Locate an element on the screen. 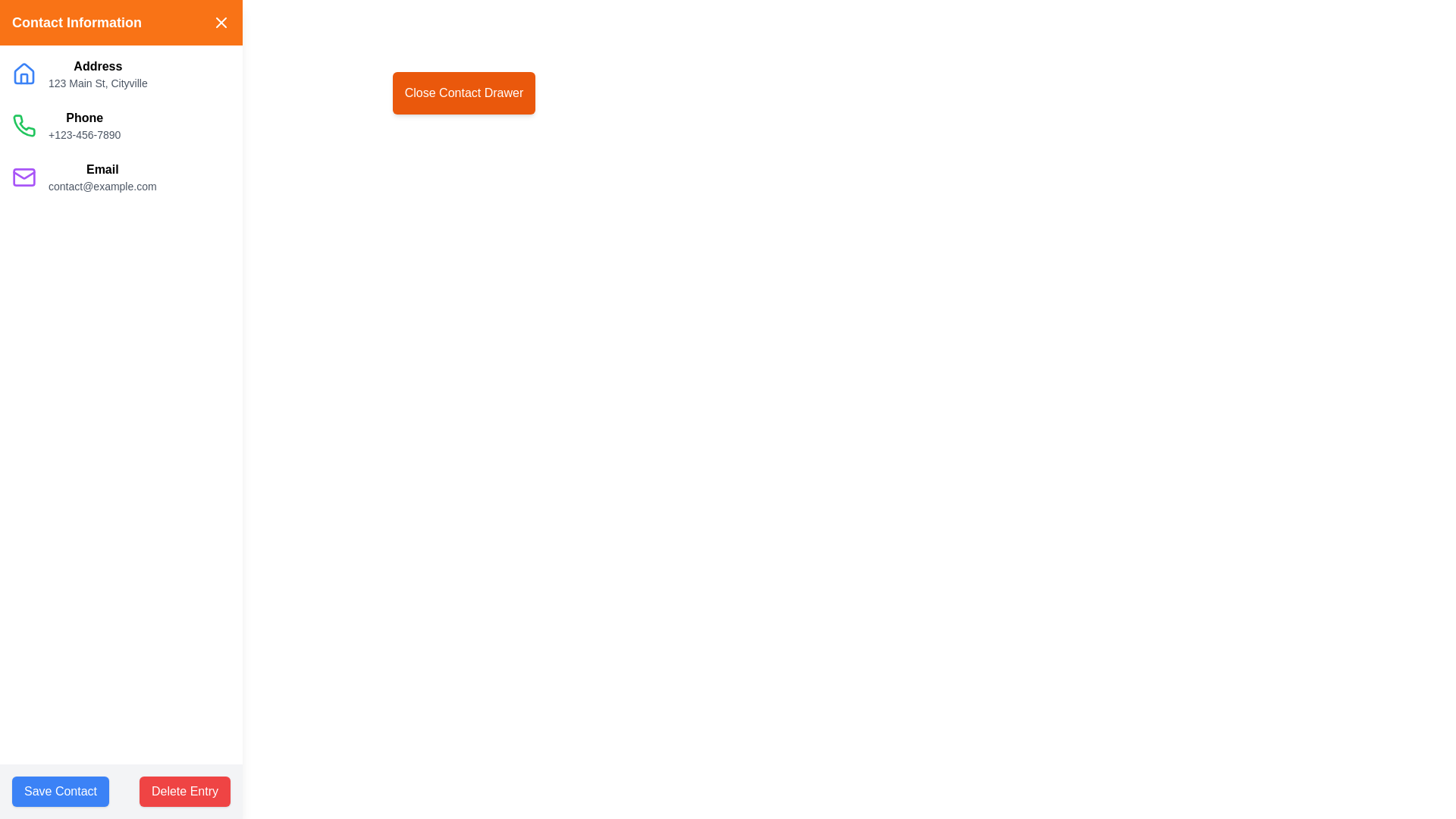 This screenshot has width=1456, height=819. the Text Display that shows the user's email address, located under the 'Contact Information' header, specifically positioned between the 'Phone' entry and any elements below is located at coordinates (102, 177).